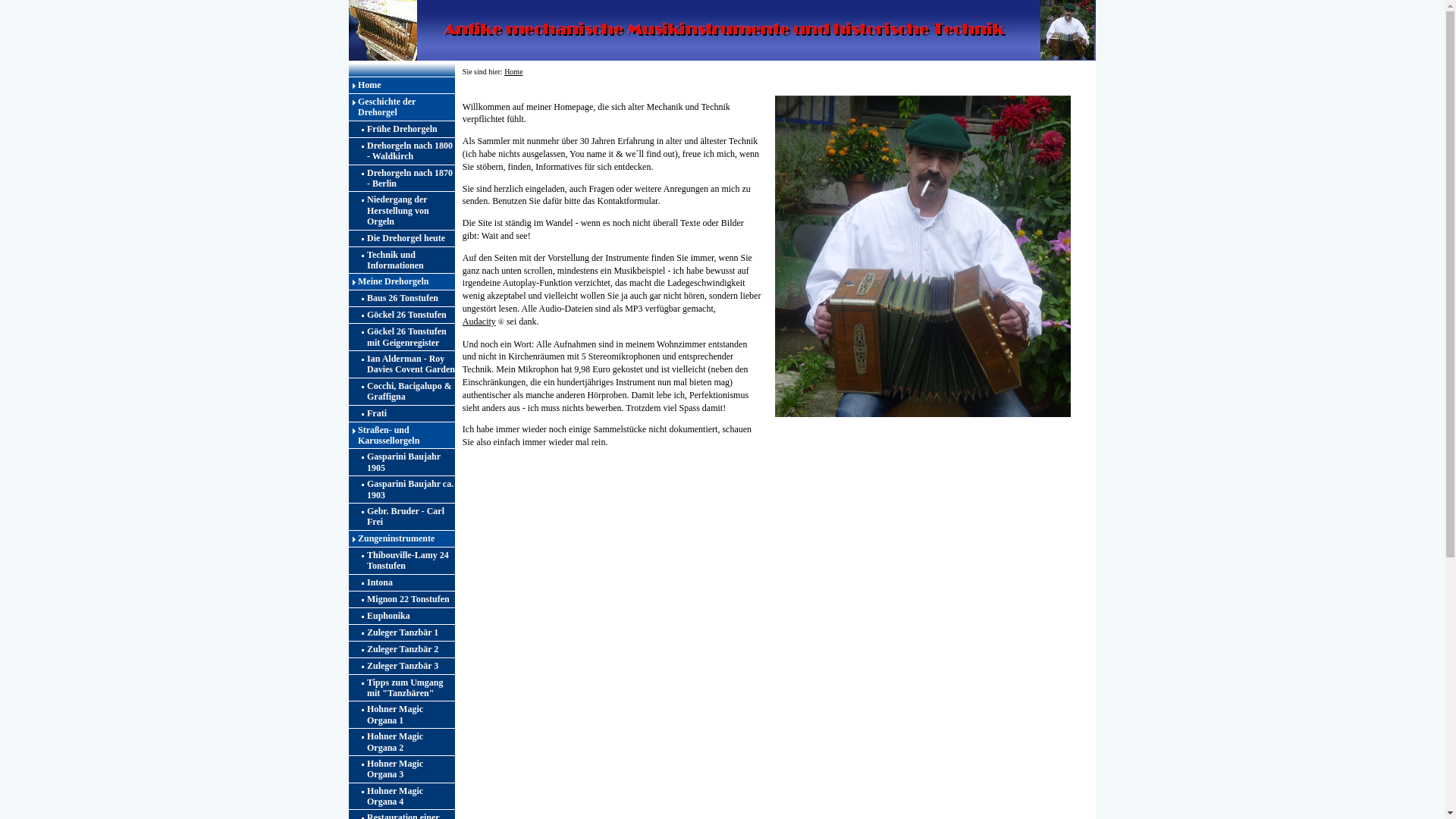  Describe the element at coordinates (513, 71) in the screenshot. I see `'Home'` at that location.